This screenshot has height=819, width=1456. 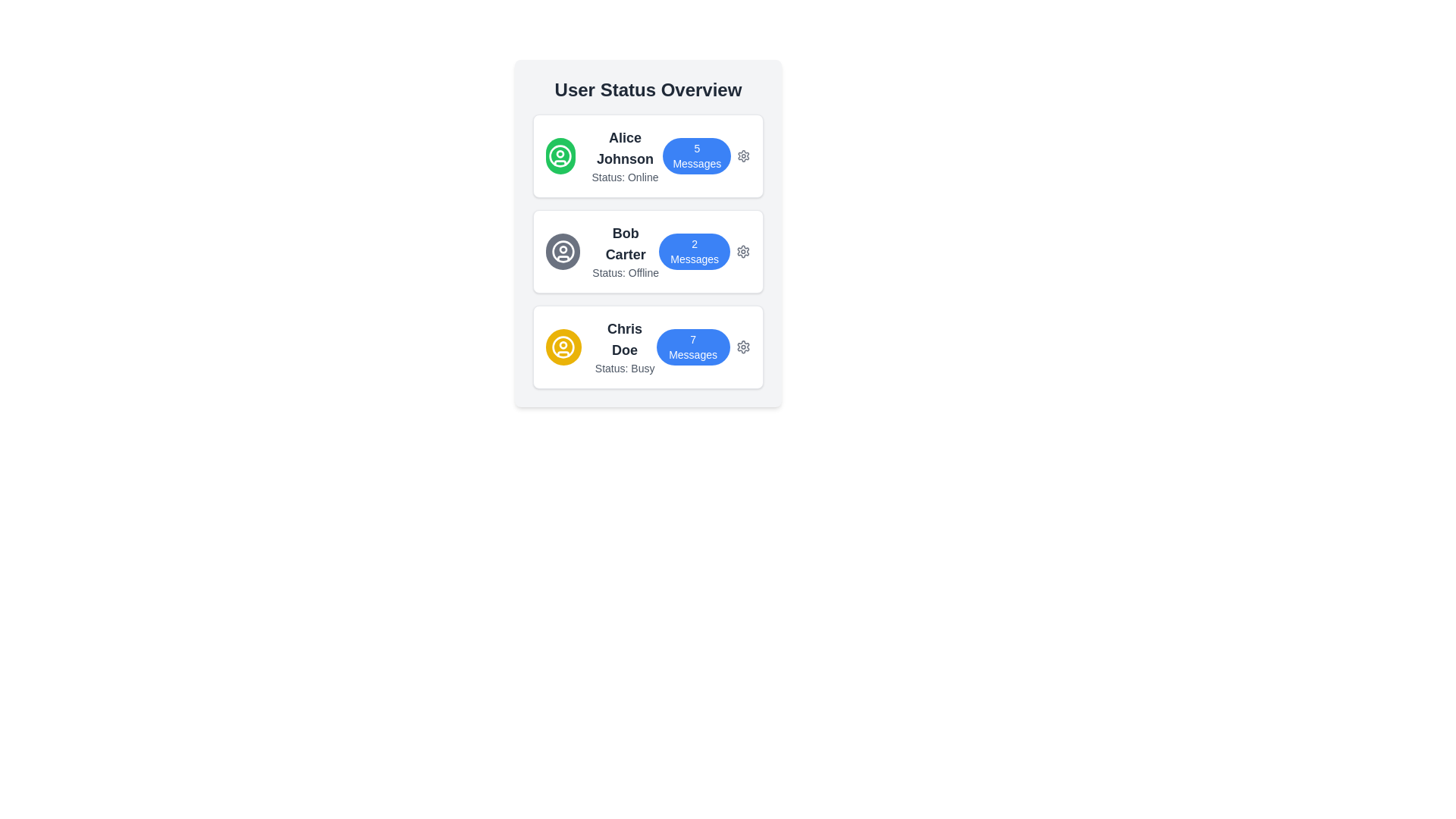 What do you see at coordinates (625, 177) in the screenshot?
I see `the Text label indicating 'Online' status of user 'Alice Johnson', located below the user's name in the 'User Status Overview' card` at bounding box center [625, 177].